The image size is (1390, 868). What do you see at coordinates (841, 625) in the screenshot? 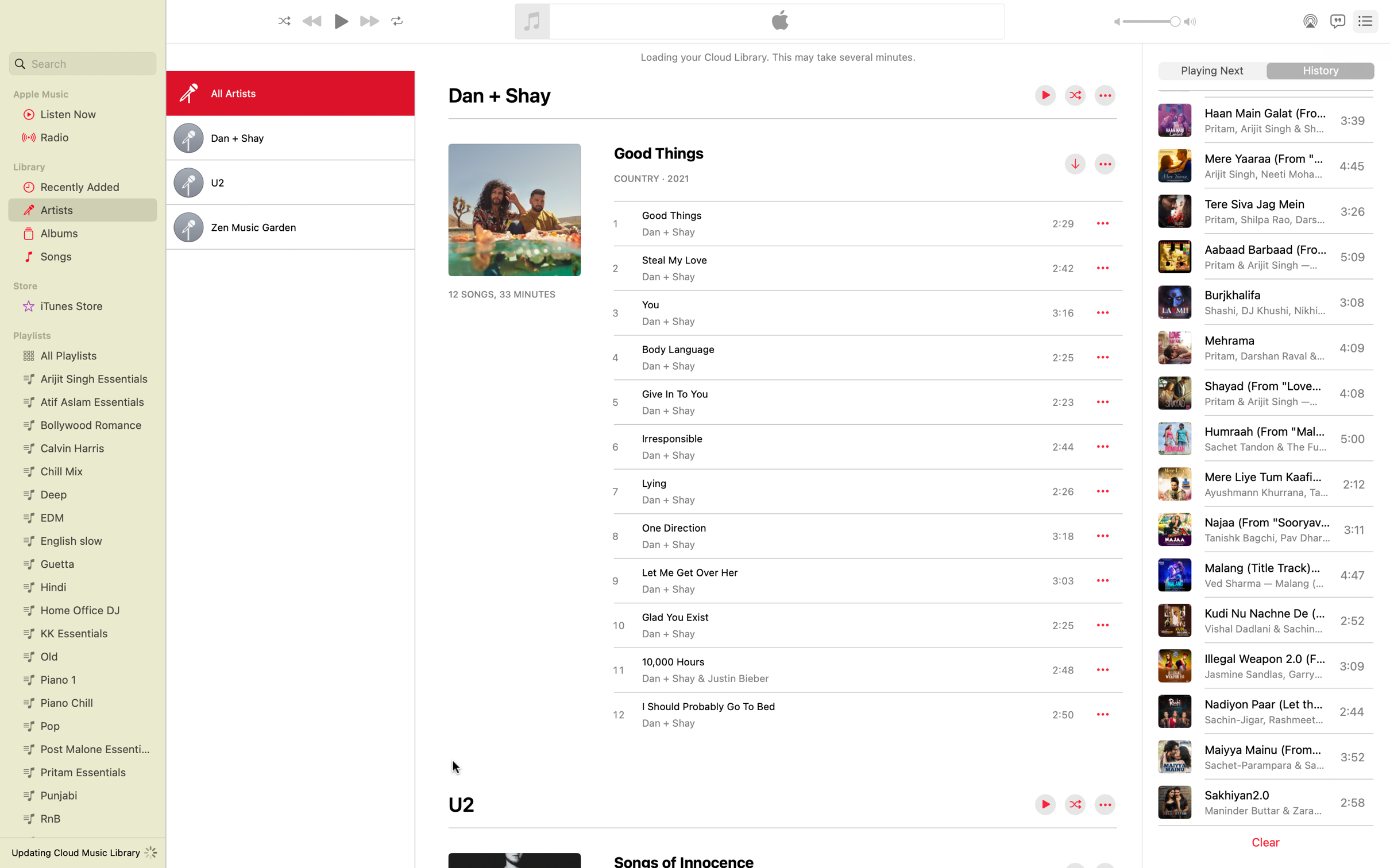
I see `the song "Glad You Exist" to download` at bounding box center [841, 625].